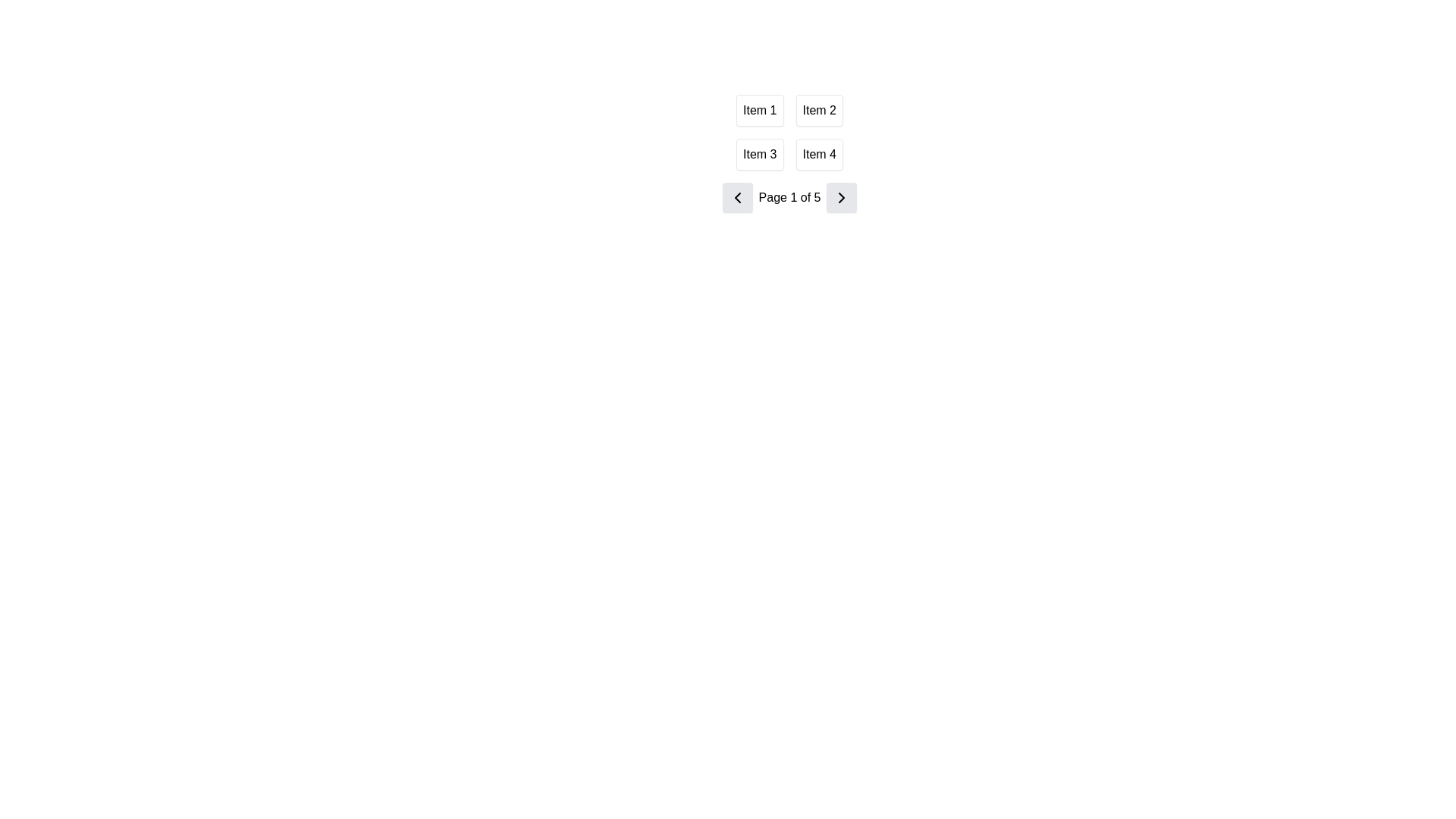 The height and width of the screenshot is (819, 1456). What do you see at coordinates (760, 155) in the screenshot?
I see `the rectangular button labeled 'Item 3' located in the bottom-left cell of the grid` at bounding box center [760, 155].